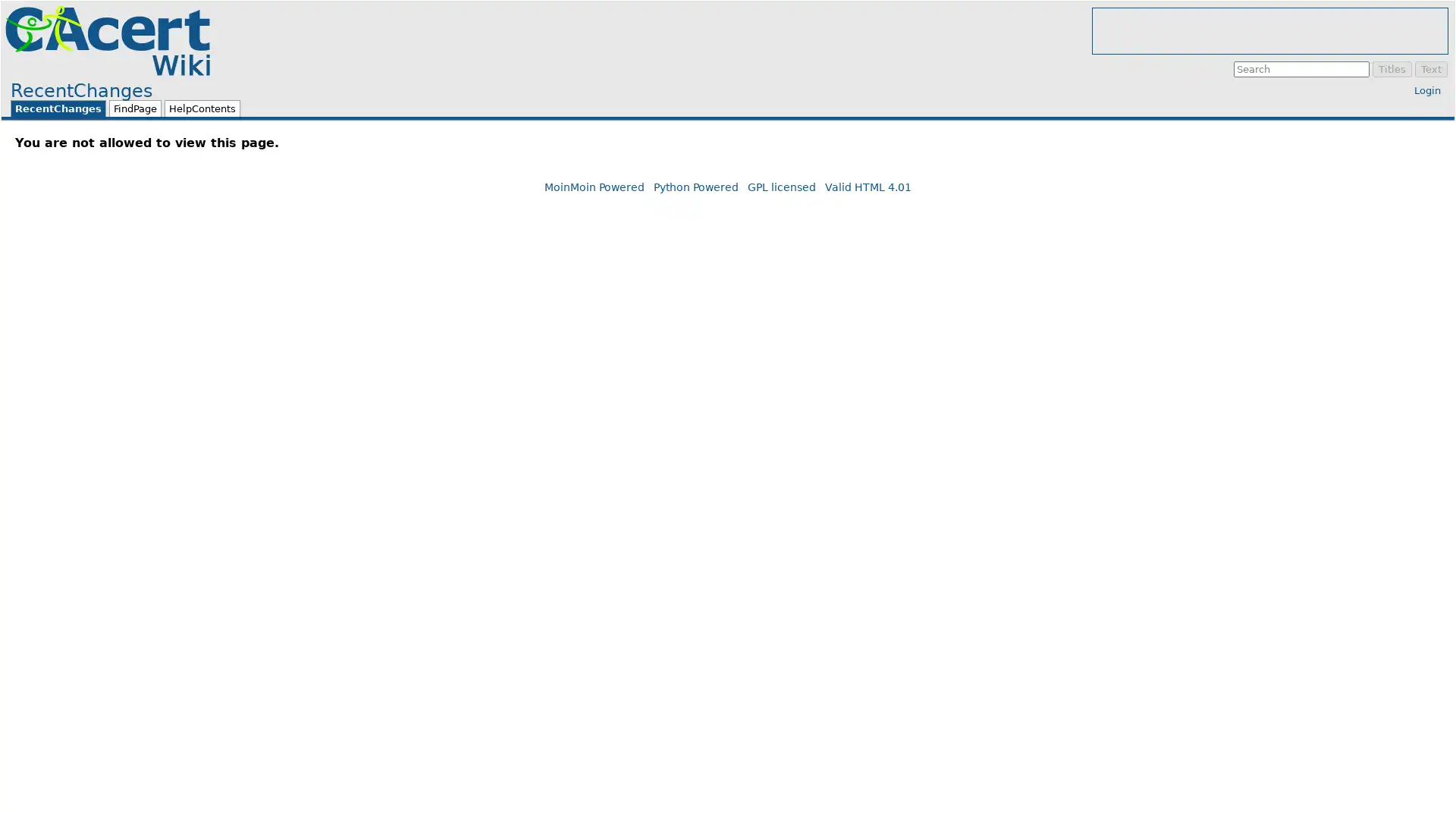  I want to click on Titles, so click(1392, 69).